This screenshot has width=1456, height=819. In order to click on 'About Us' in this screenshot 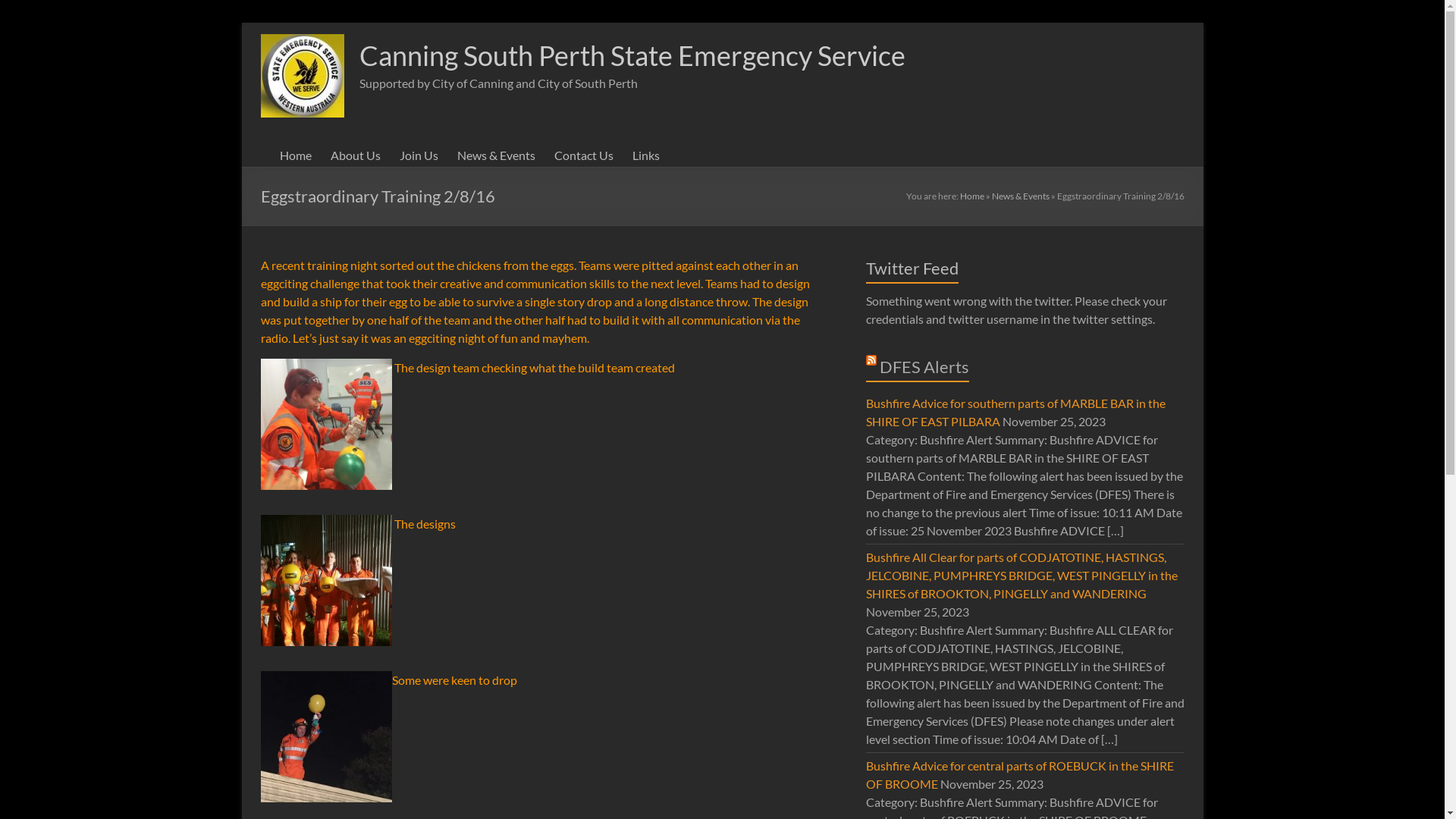, I will do `click(355, 155)`.